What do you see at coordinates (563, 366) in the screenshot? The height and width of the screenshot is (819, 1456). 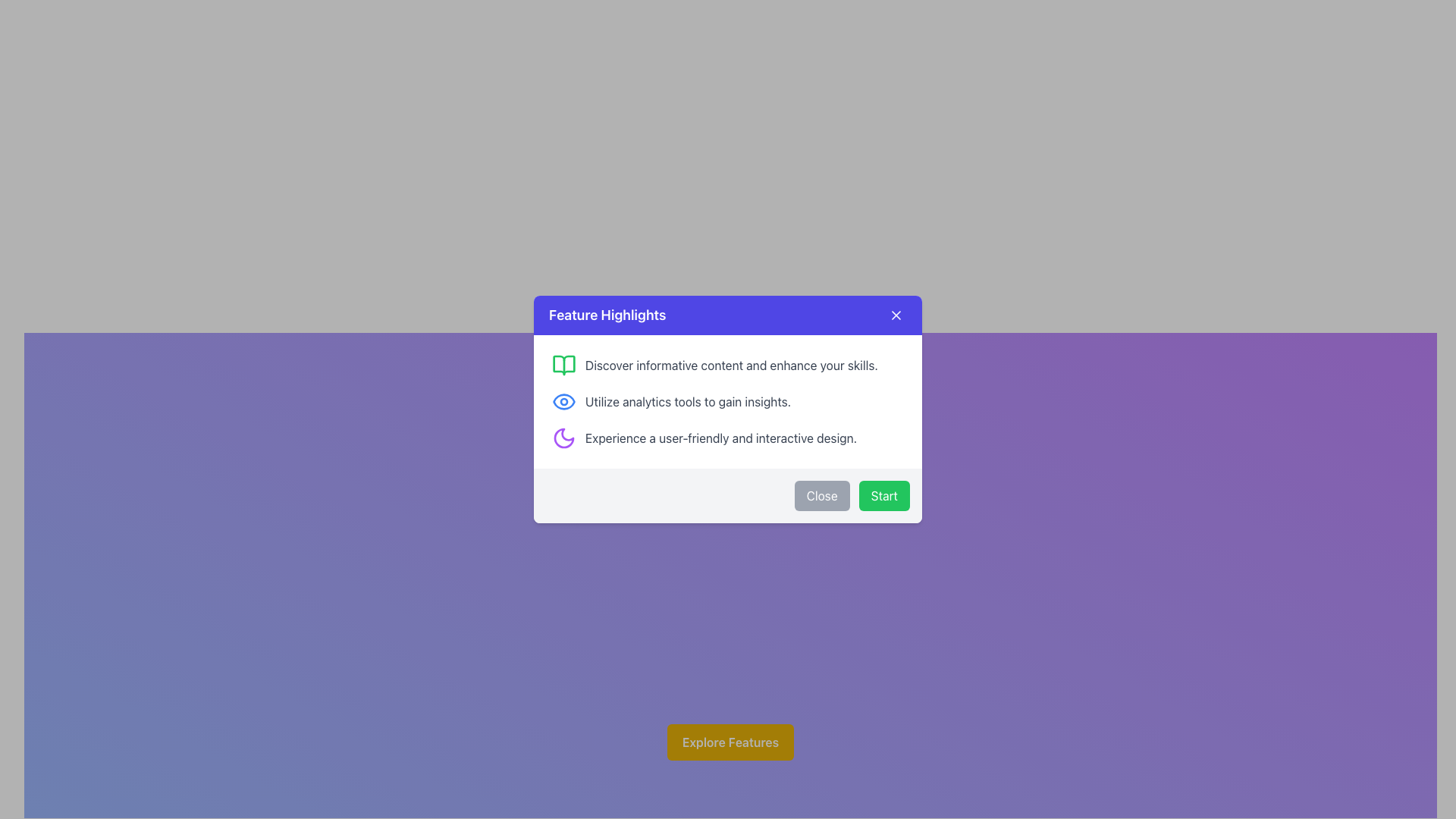 I see `the learning icon located in the top-left corner of the 'Feature Highlights' dialog box, which visually represents the concept of learning or information` at bounding box center [563, 366].